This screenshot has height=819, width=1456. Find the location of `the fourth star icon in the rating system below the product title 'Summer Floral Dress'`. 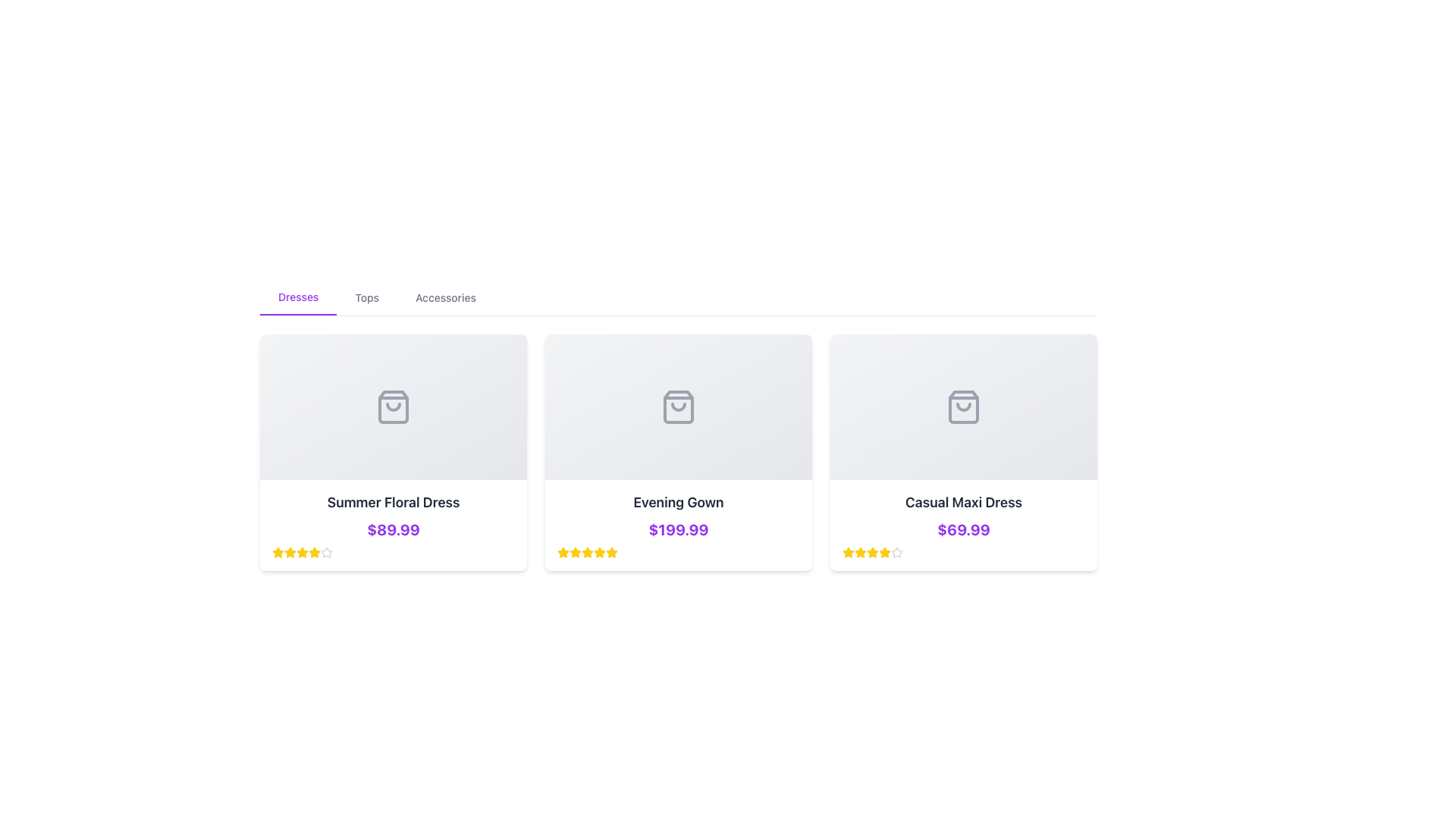

the fourth star icon in the rating system below the product title 'Summer Floral Dress' is located at coordinates (302, 553).